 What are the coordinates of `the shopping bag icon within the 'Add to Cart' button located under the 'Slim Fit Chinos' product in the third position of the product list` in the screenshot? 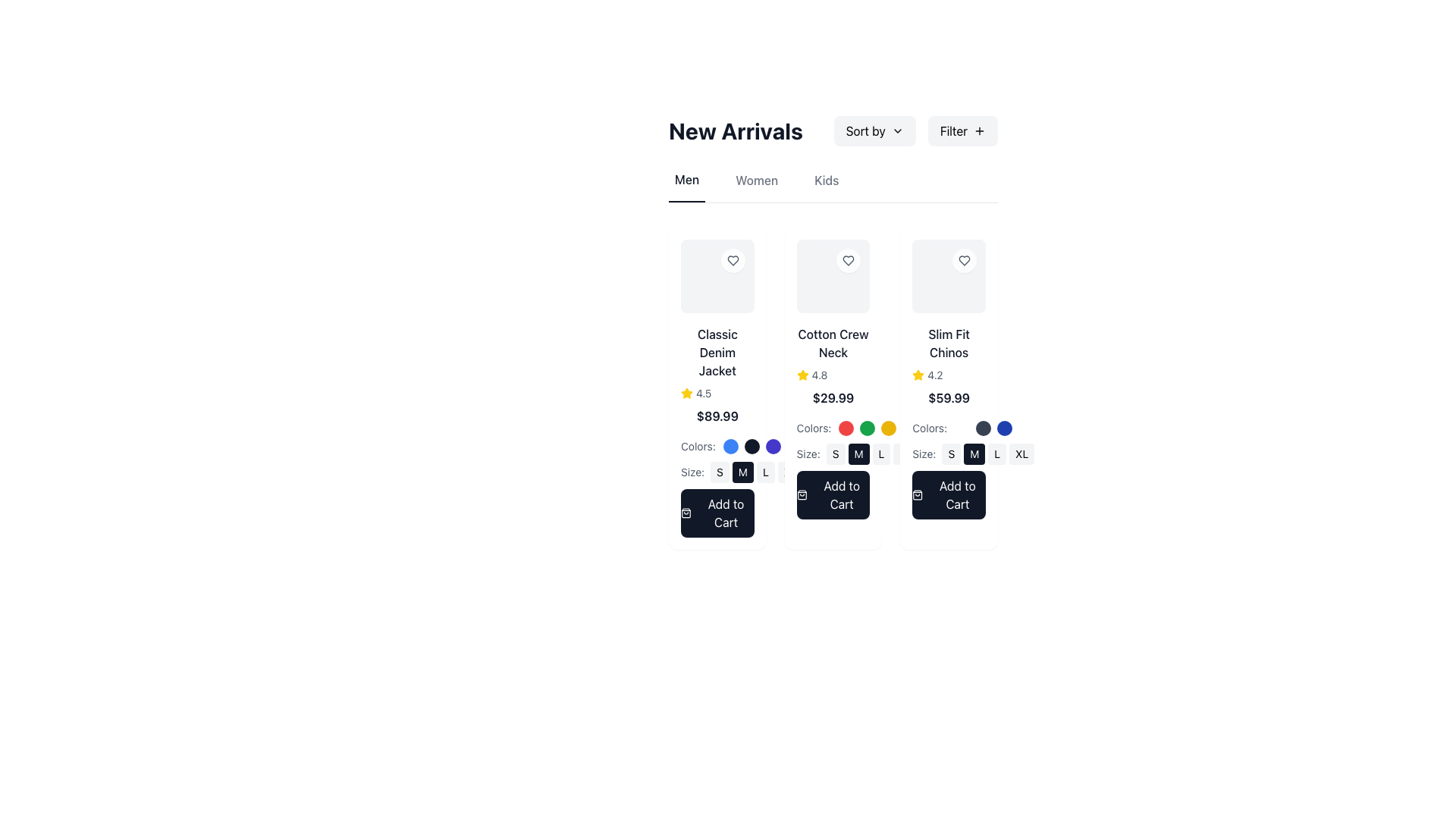 It's located at (917, 494).